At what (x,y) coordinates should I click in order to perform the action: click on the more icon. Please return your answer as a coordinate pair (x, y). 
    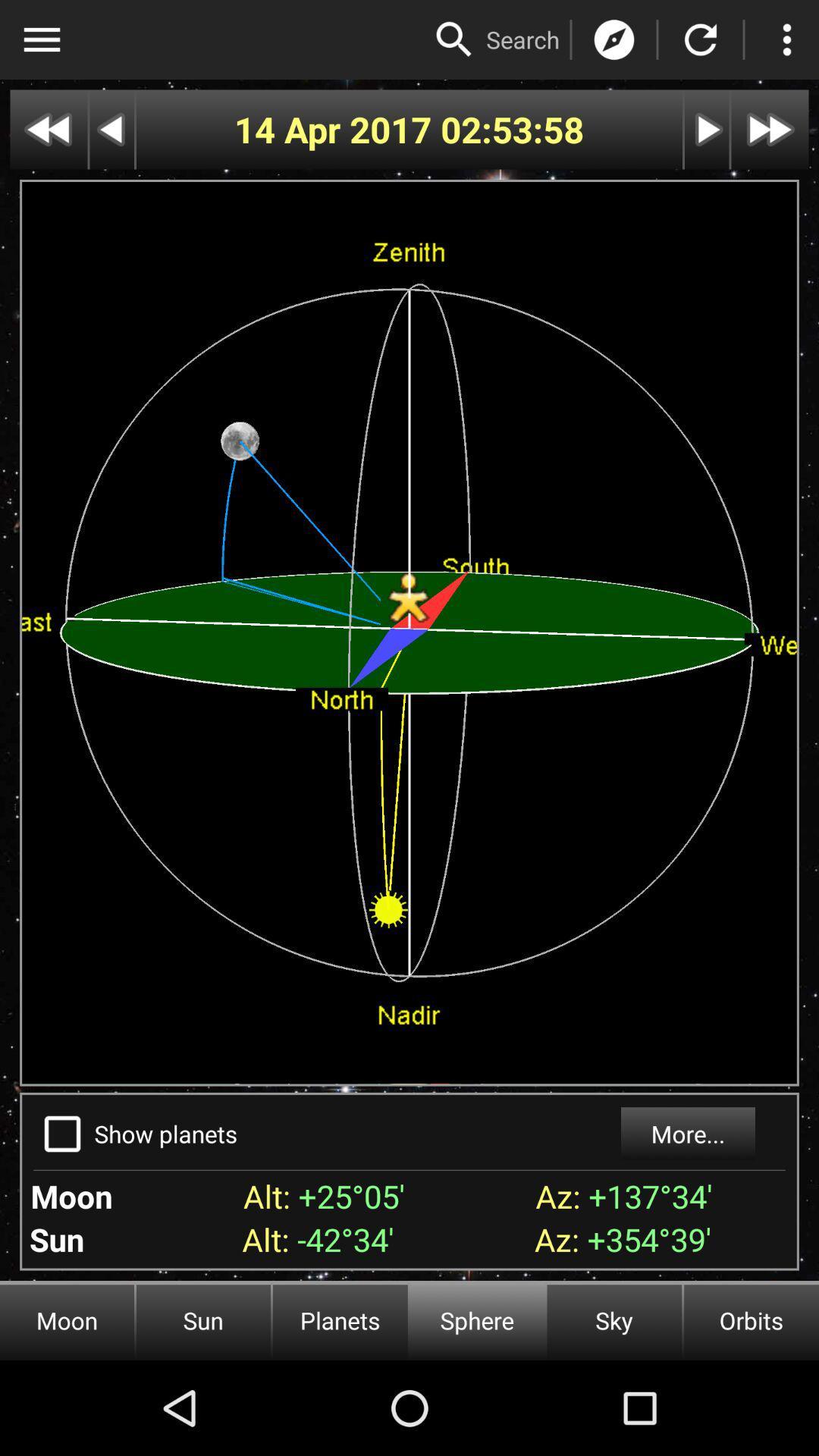
    Looking at the image, I should click on (786, 39).